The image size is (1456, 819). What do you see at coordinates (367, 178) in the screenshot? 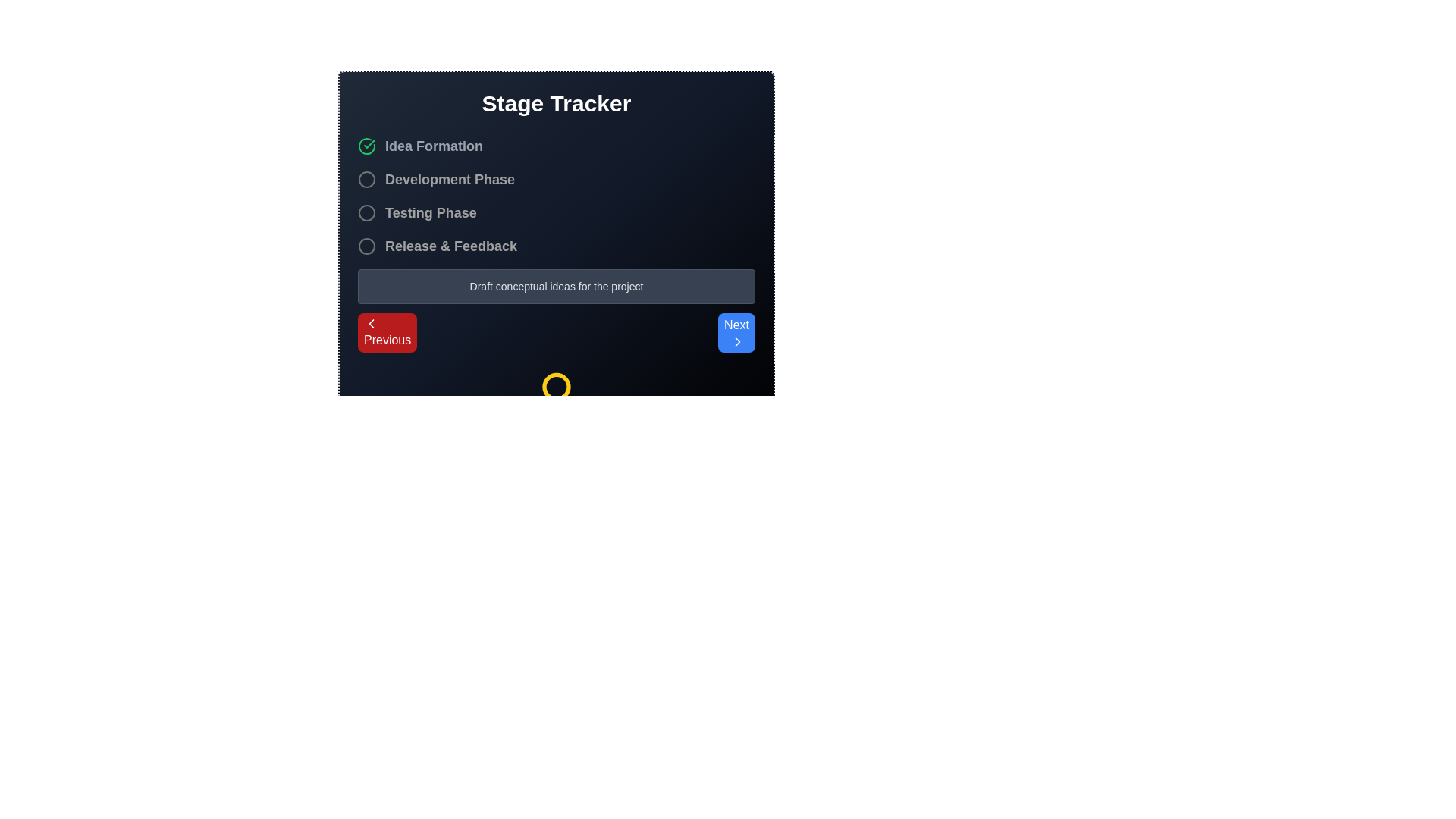
I see `the unfilled circular graphic element, which is the second indicator in the vertical sequence located to the left of the 'Development Phase' text` at bounding box center [367, 178].